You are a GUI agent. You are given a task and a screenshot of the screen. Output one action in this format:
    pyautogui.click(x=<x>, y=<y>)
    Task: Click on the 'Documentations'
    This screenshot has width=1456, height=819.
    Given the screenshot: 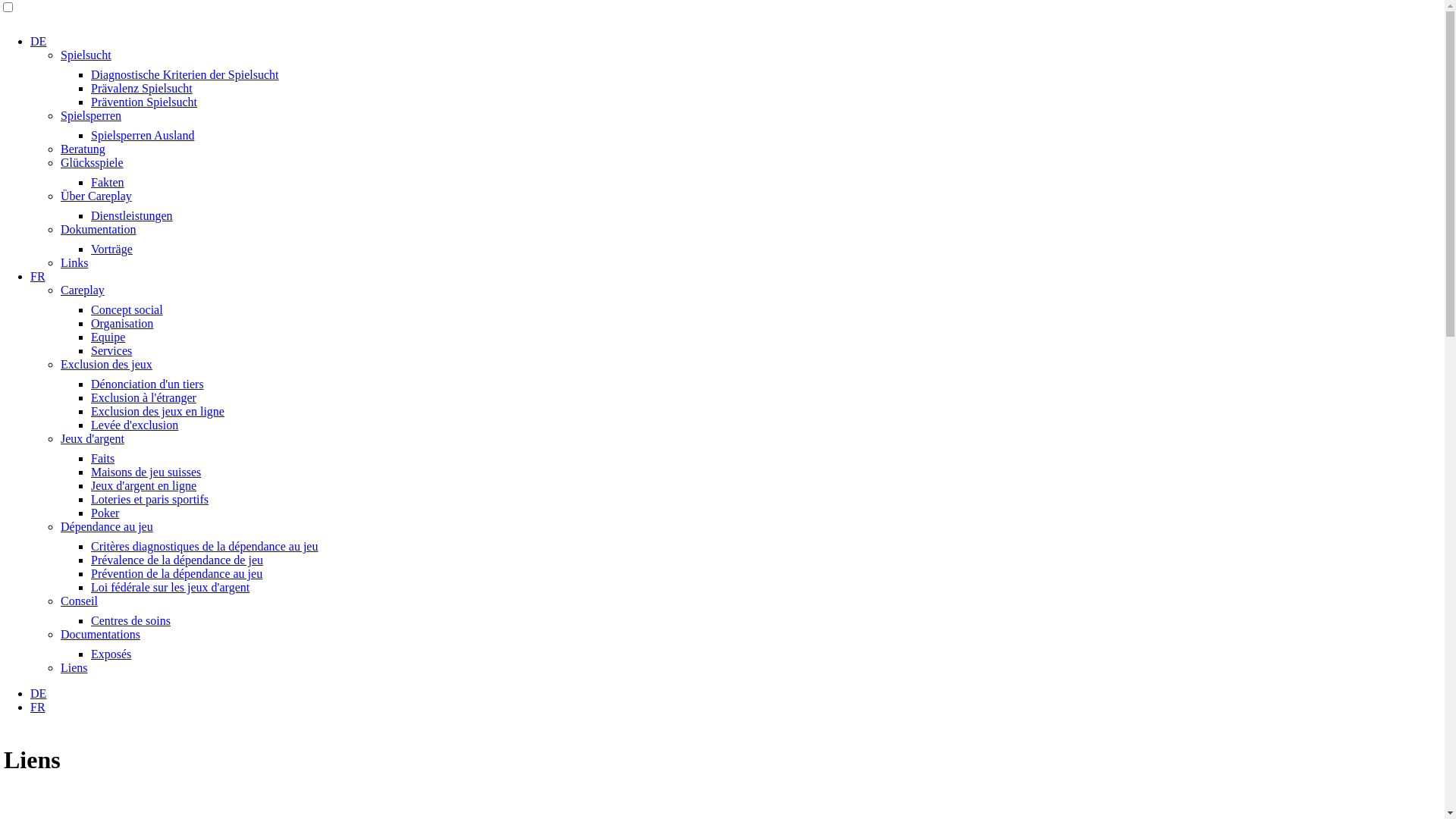 What is the action you would take?
    pyautogui.click(x=61, y=634)
    